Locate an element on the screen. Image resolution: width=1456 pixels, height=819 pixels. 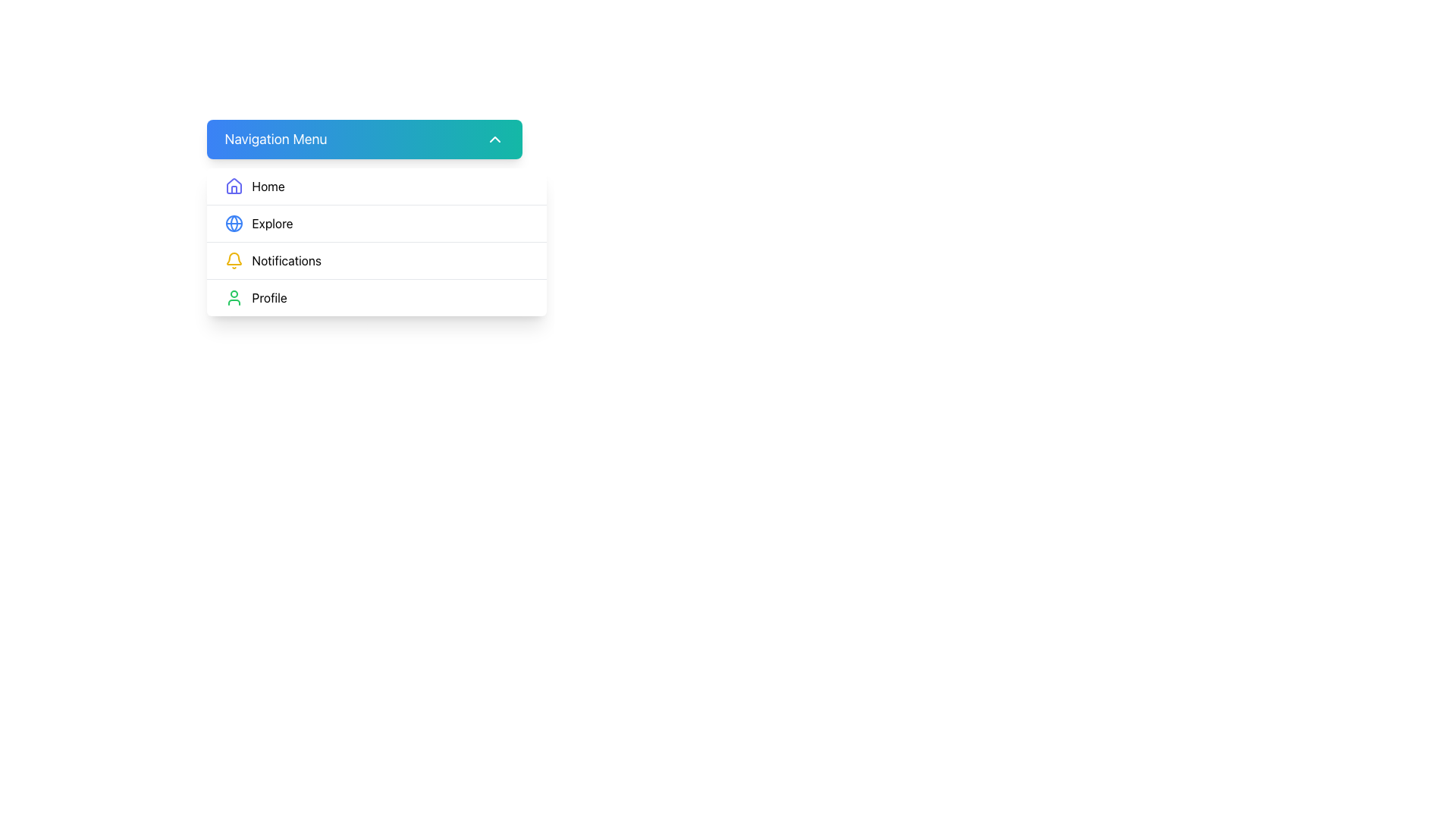
the icon located at the right end of the navigation menu header is located at coordinates (494, 140).